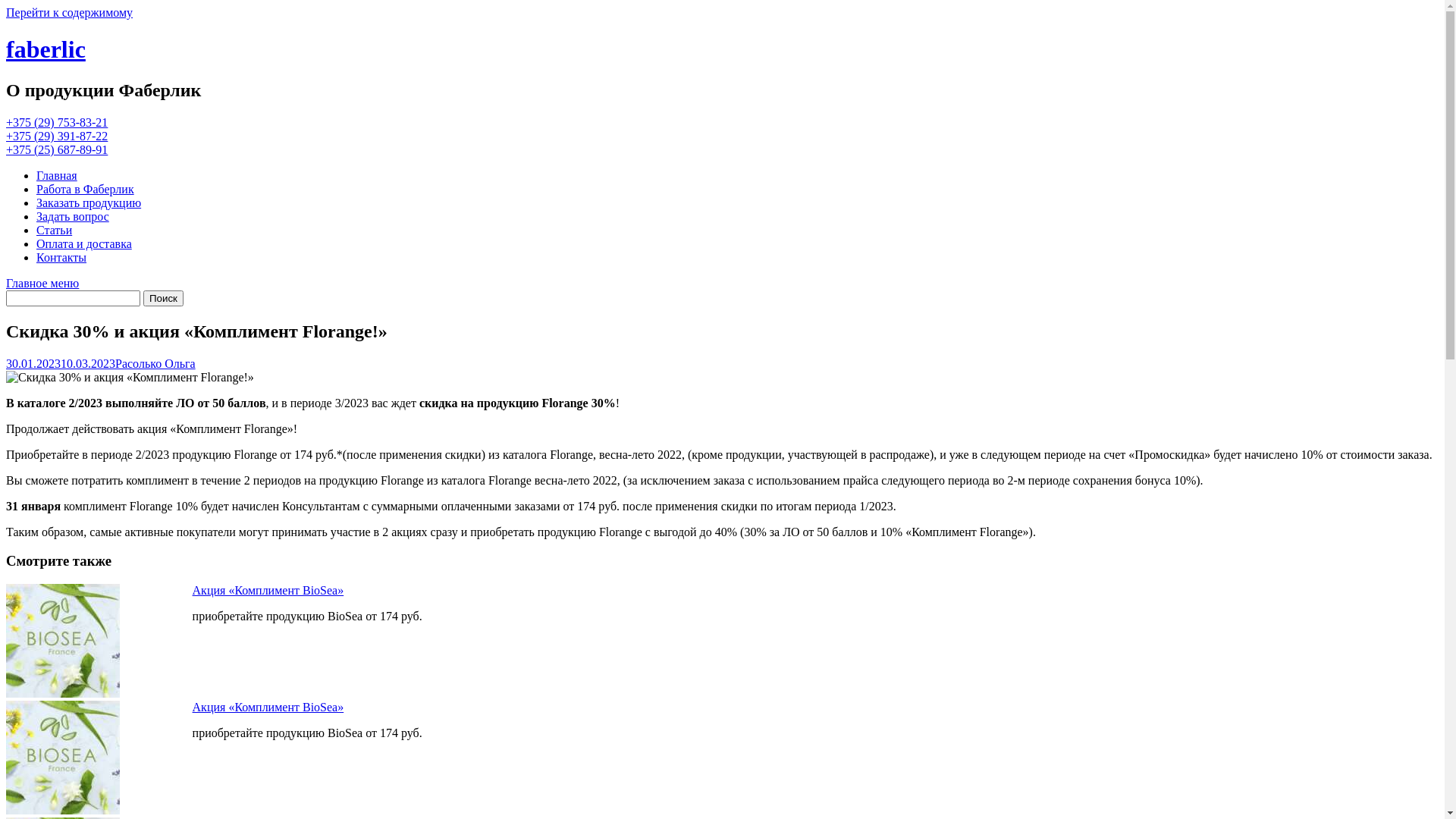 The image size is (1456, 819). I want to click on '+375 (29) 391-87-22', so click(57, 135).